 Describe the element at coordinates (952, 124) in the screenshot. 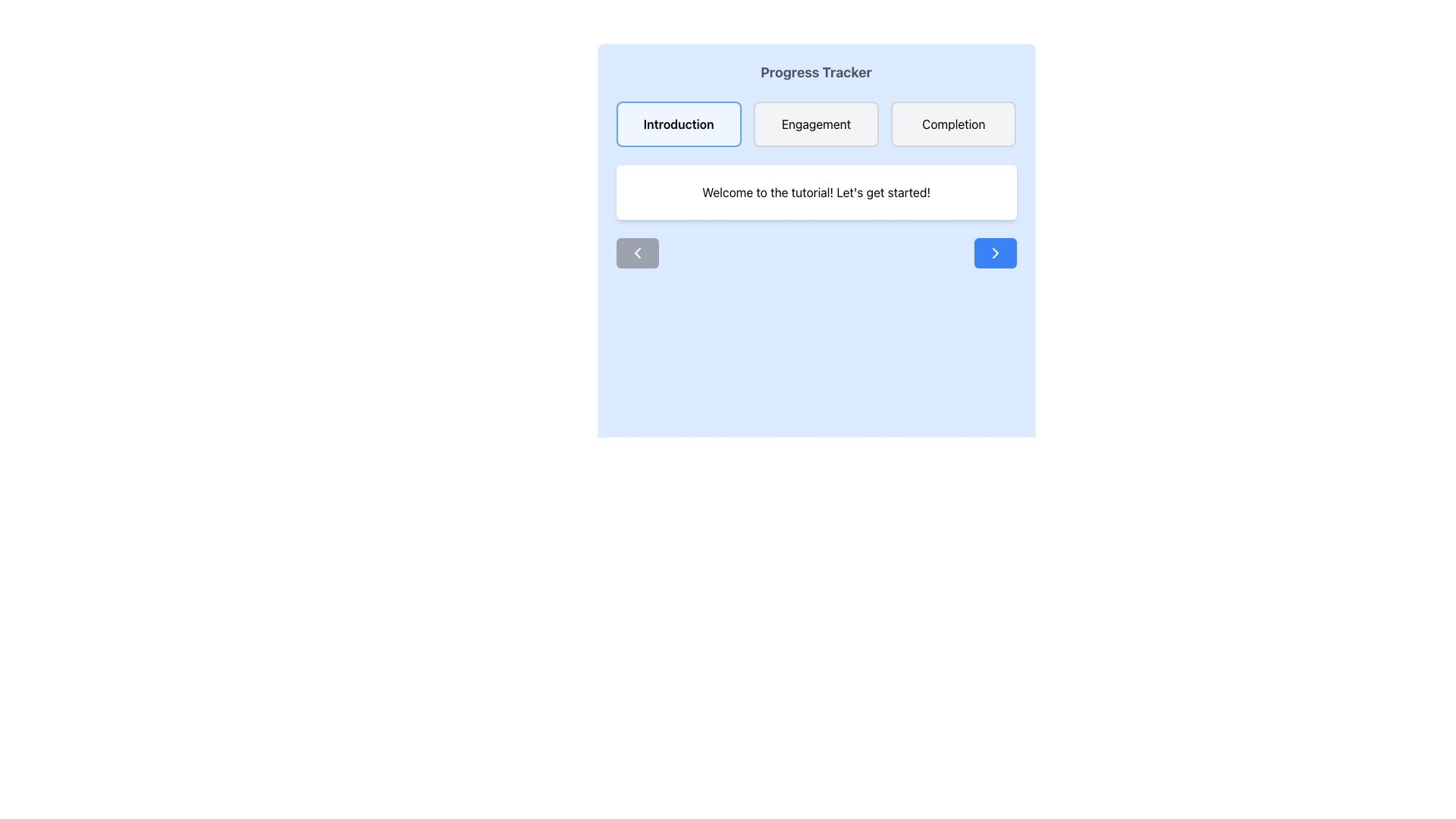

I see `the 'Completion' button, which is a rectangular button with rounded corners, light gray background, and centered bold text, located in the 'Progress Tracker' section` at that location.